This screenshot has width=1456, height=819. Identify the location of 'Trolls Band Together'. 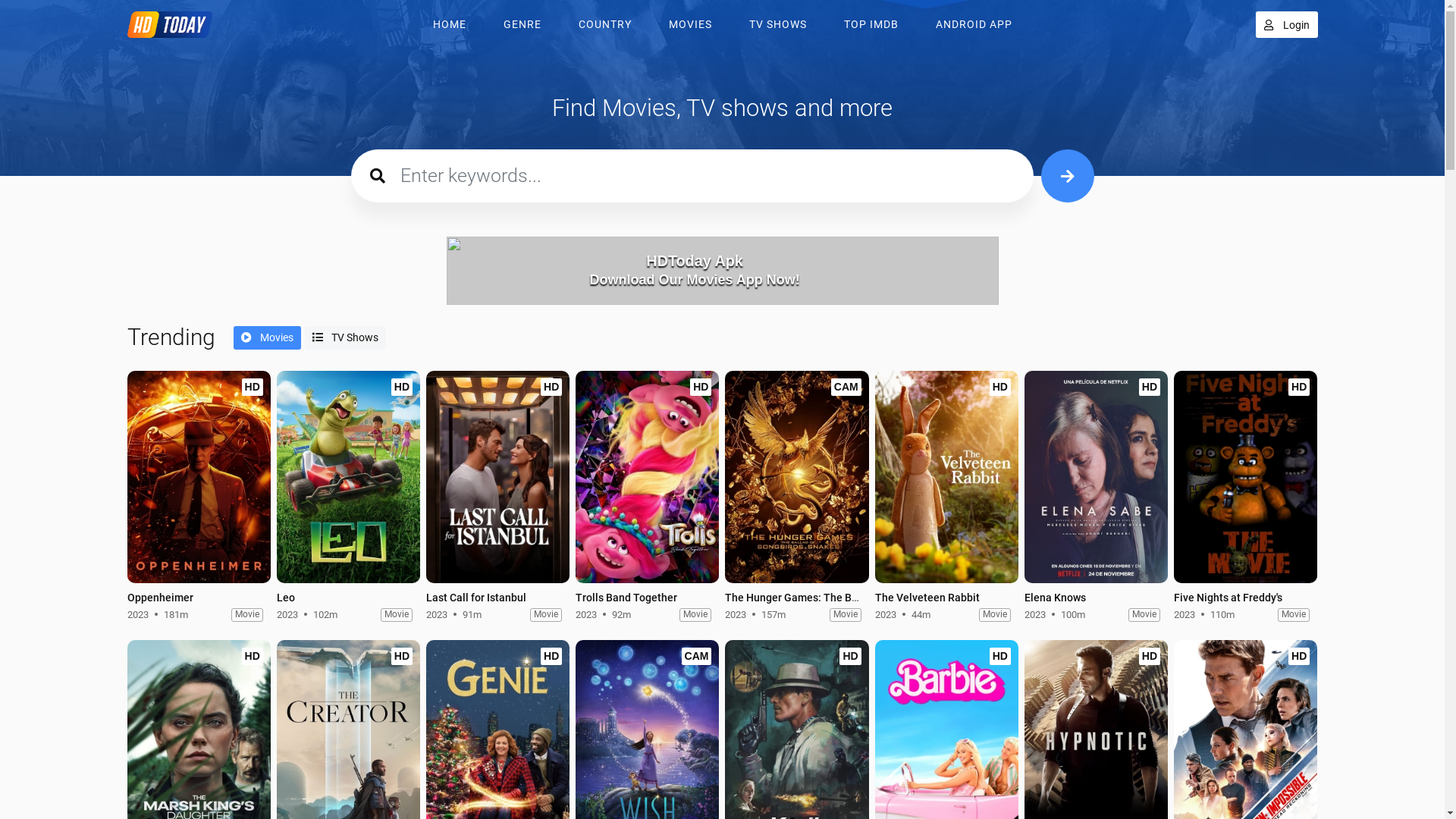
(647, 475).